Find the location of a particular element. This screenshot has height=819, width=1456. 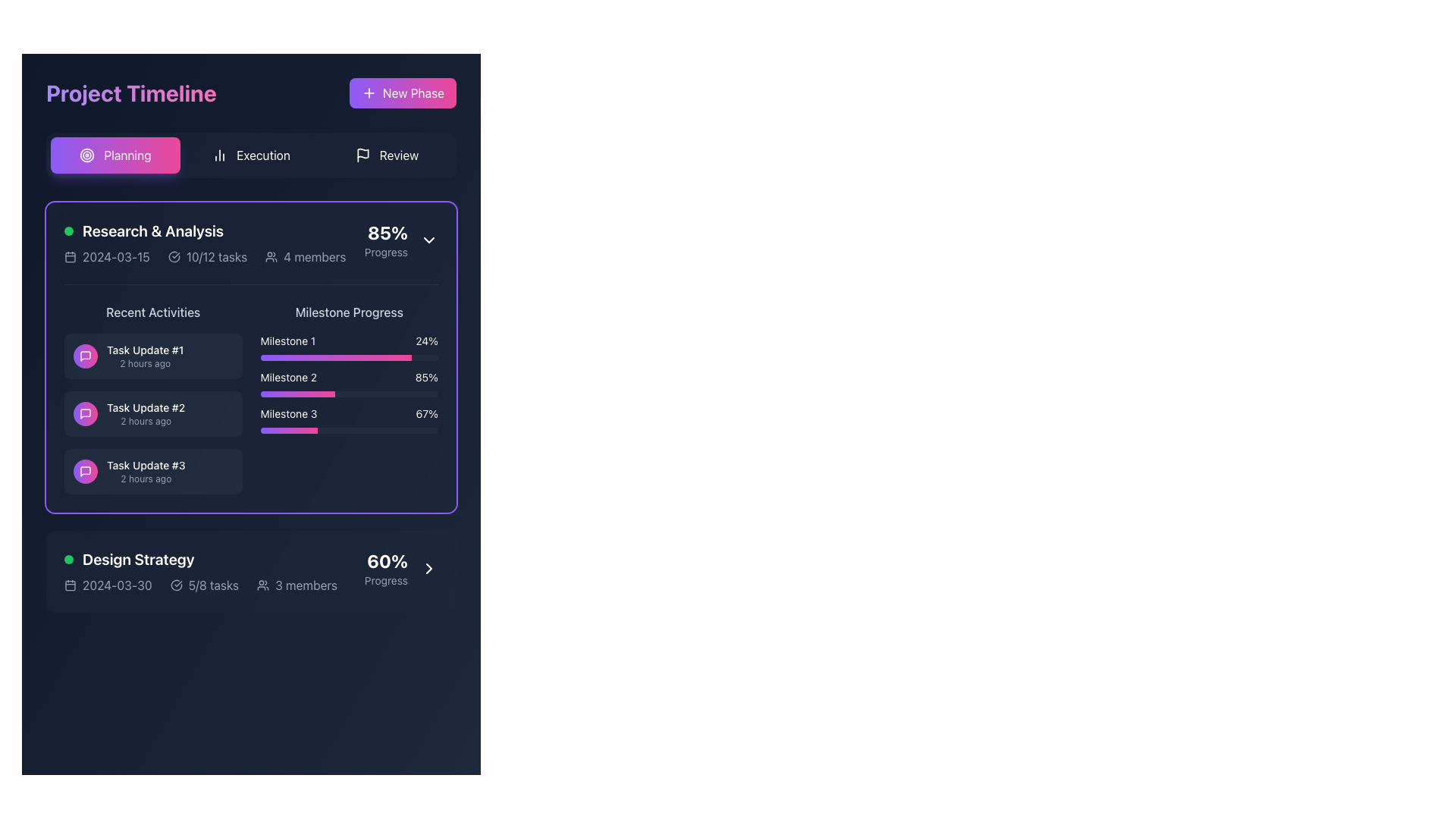

the text block displaying '60%' and 'Progress', which is aligned to the right and located at the bottom right corner of the 'Design Strategy' section is located at coordinates (386, 568).